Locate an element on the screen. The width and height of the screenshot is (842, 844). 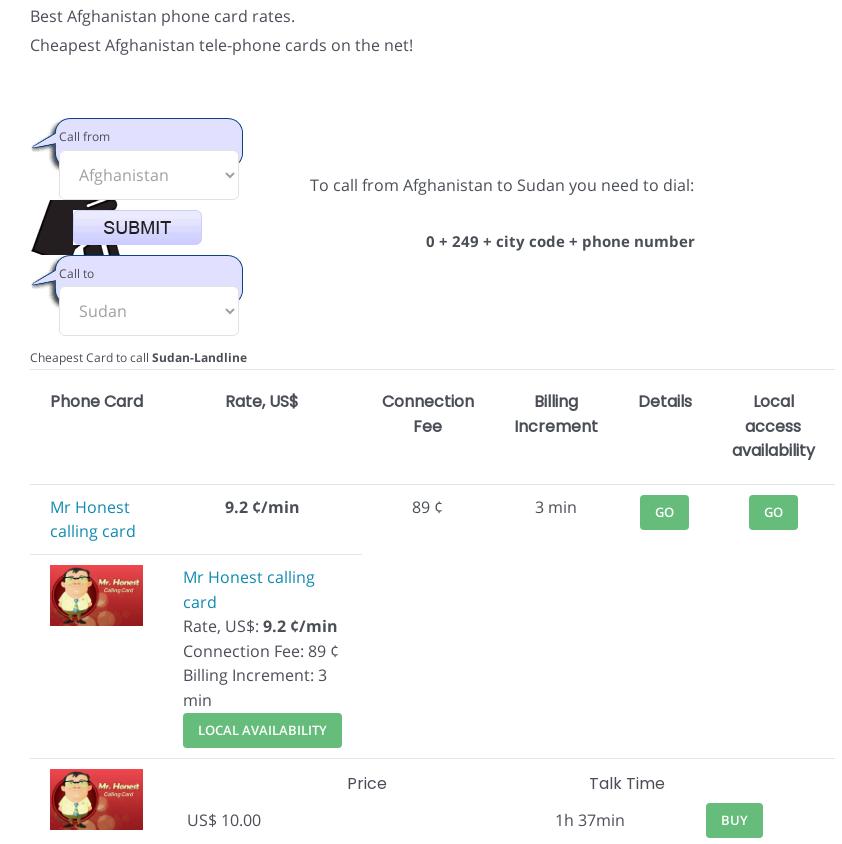
'Local access availability' is located at coordinates (772, 424).